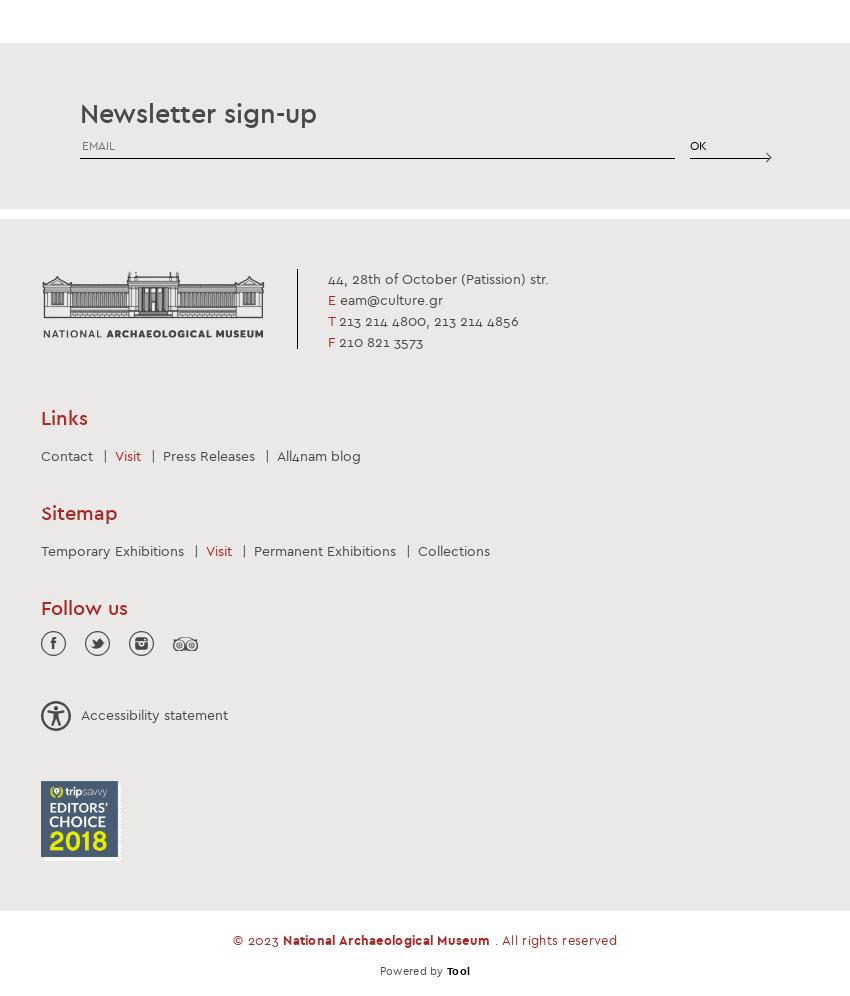 Image resolution: width=850 pixels, height=996 pixels. I want to click on 'Permanent Exhibitions', so click(325, 548).